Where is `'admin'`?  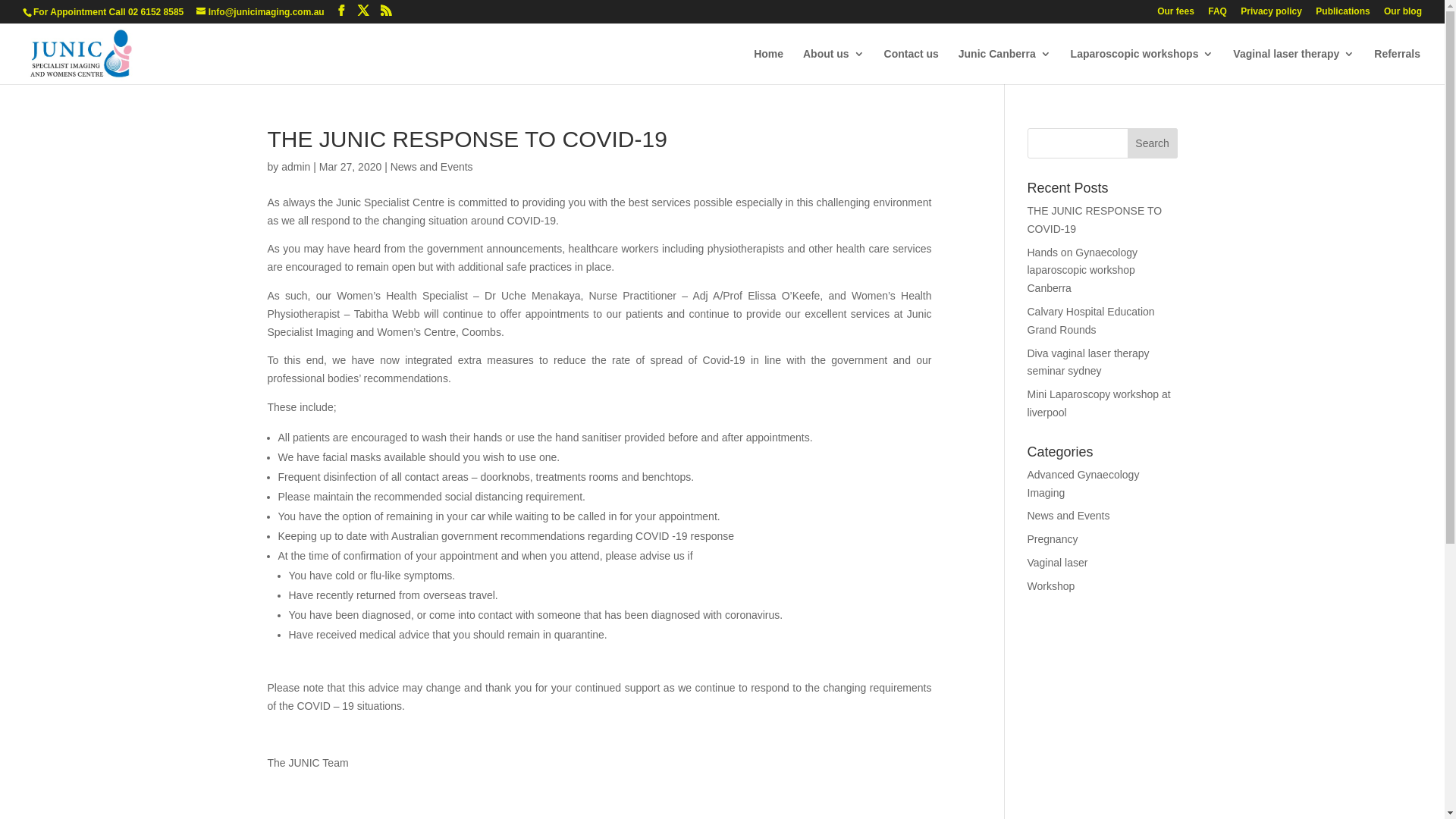 'admin' is located at coordinates (295, 166).